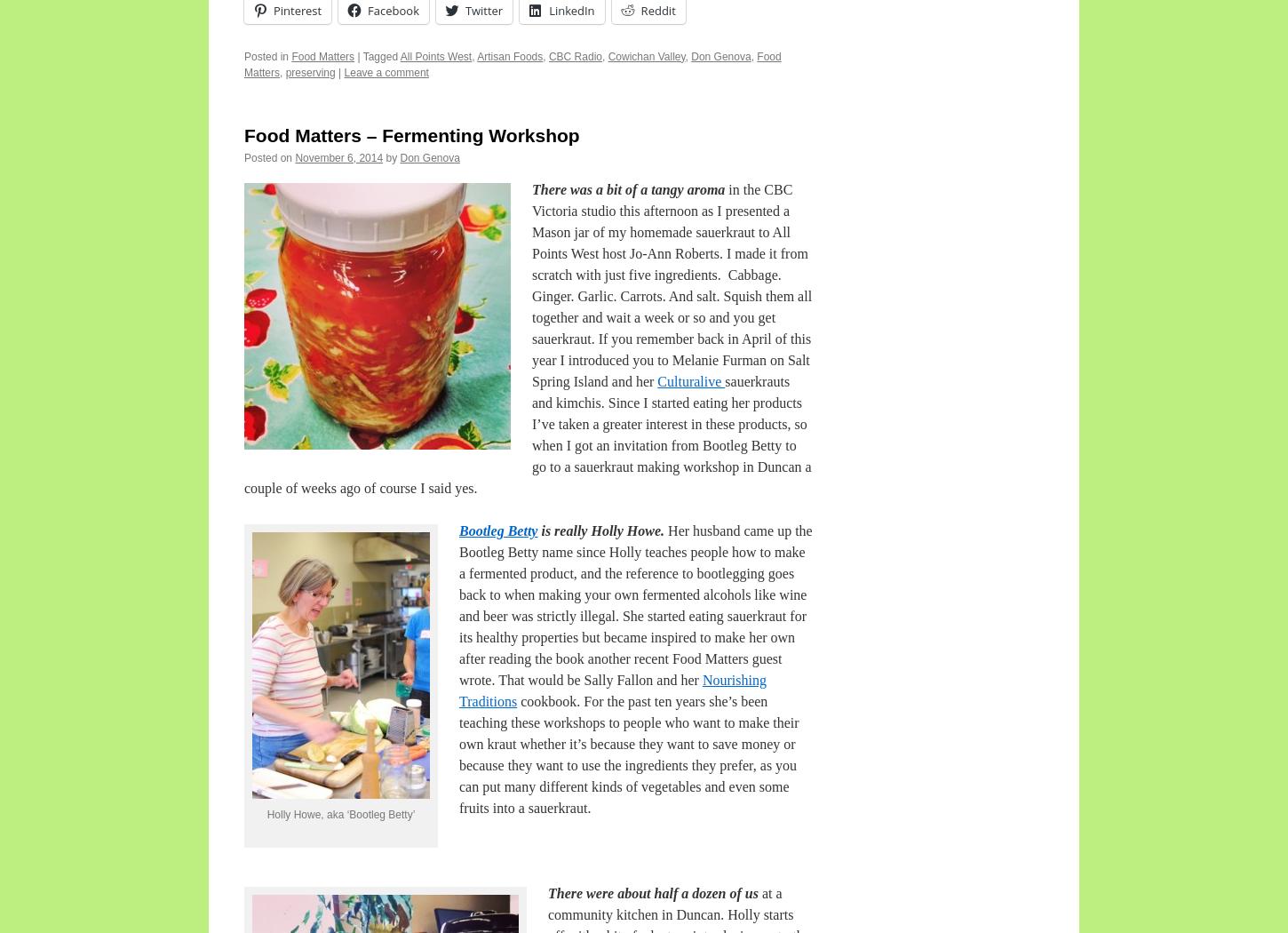  What do you see at coordinates (392, 10) in the screenshot?
I see `'Facebook'` at bounding box center [392, 10].